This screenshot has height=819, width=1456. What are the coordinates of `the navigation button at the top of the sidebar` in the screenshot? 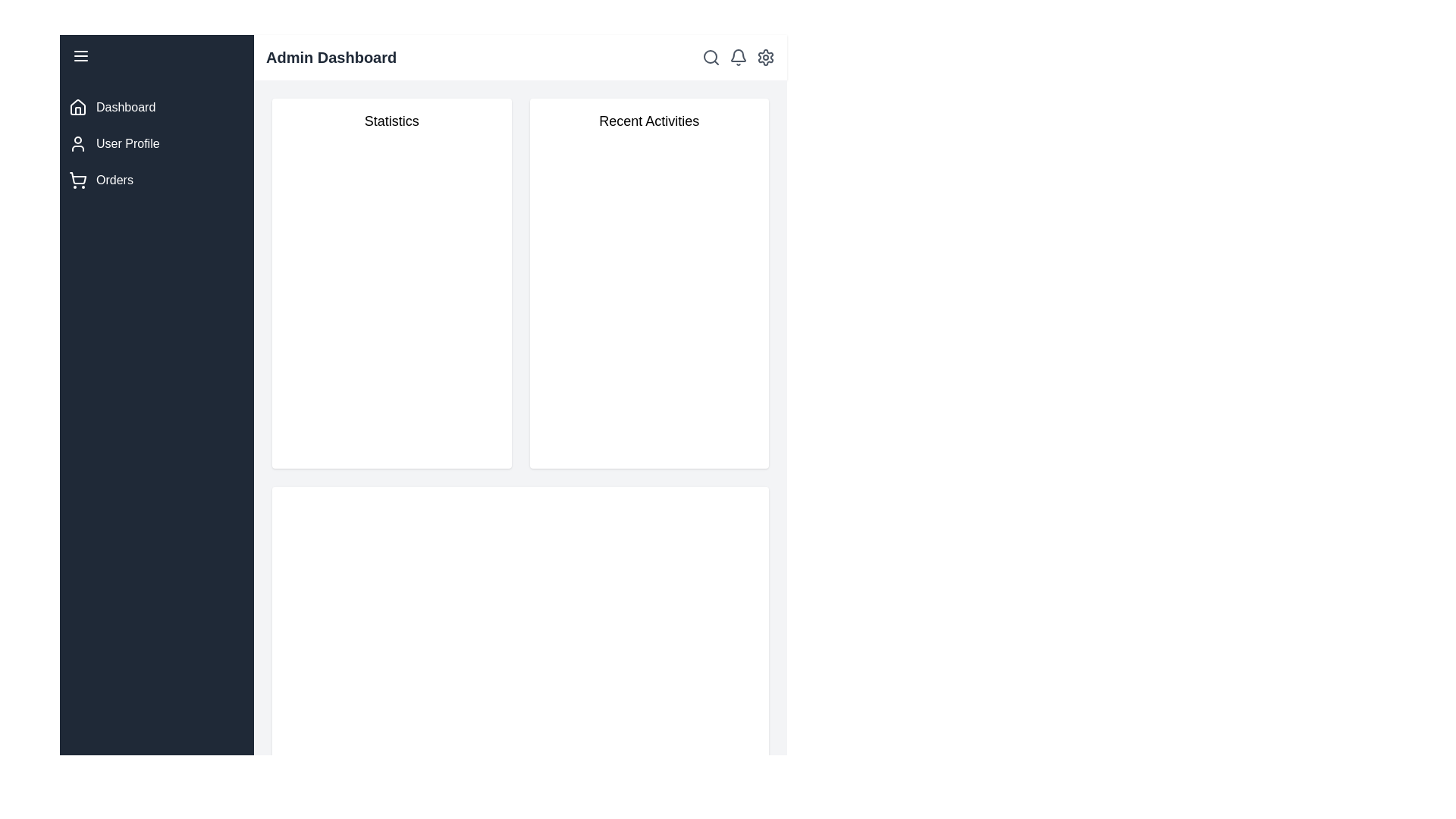 It's located at (156, 107).